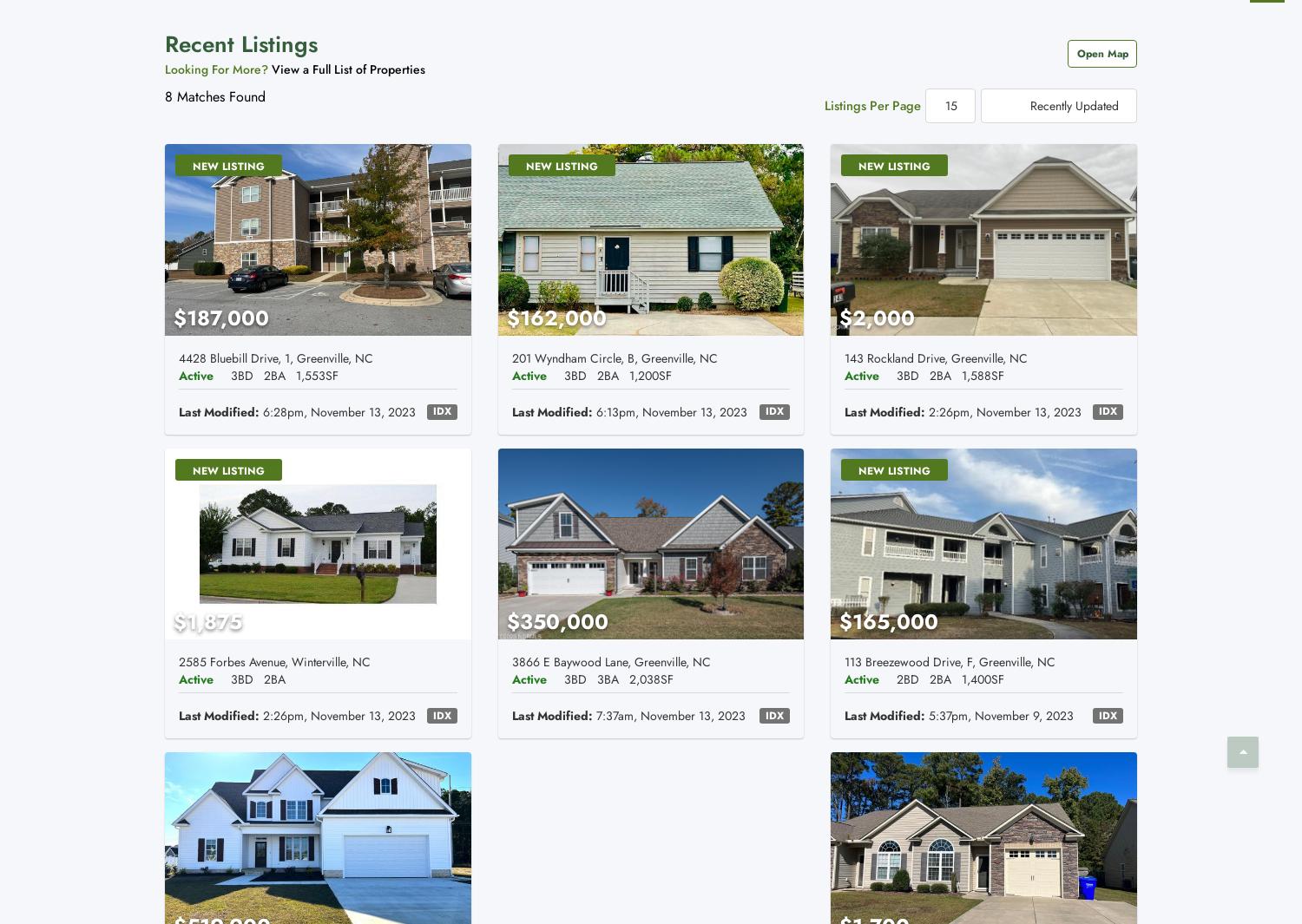 The height and width of the screenshot is (924, 1302). What do you see at coordinates (889, 621) in the screenshot?
I see `'$165,000'` at bounding box center [889, 621].